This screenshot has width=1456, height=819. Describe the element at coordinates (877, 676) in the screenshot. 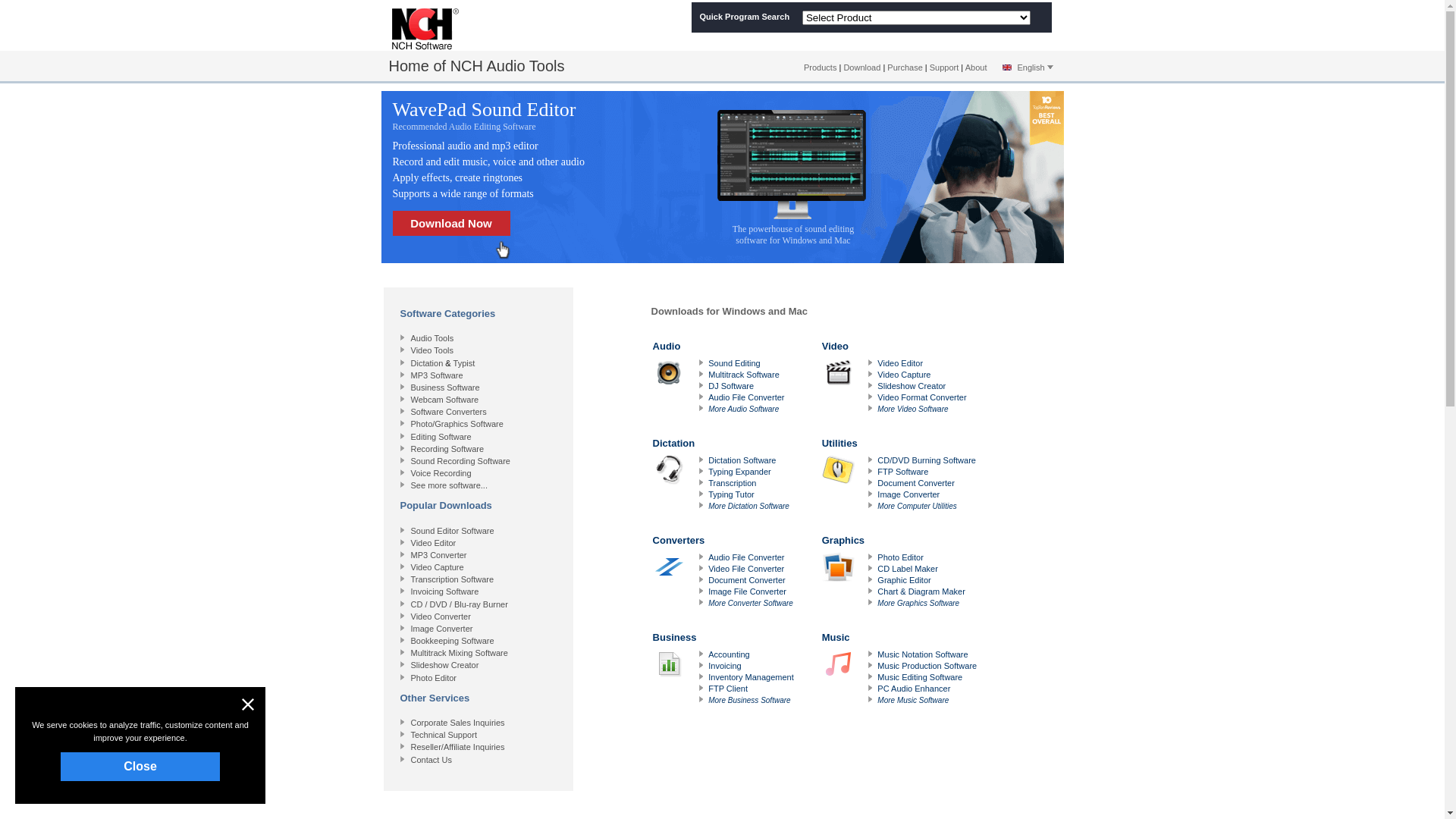

I see `'Music Editing Software'` at that location.